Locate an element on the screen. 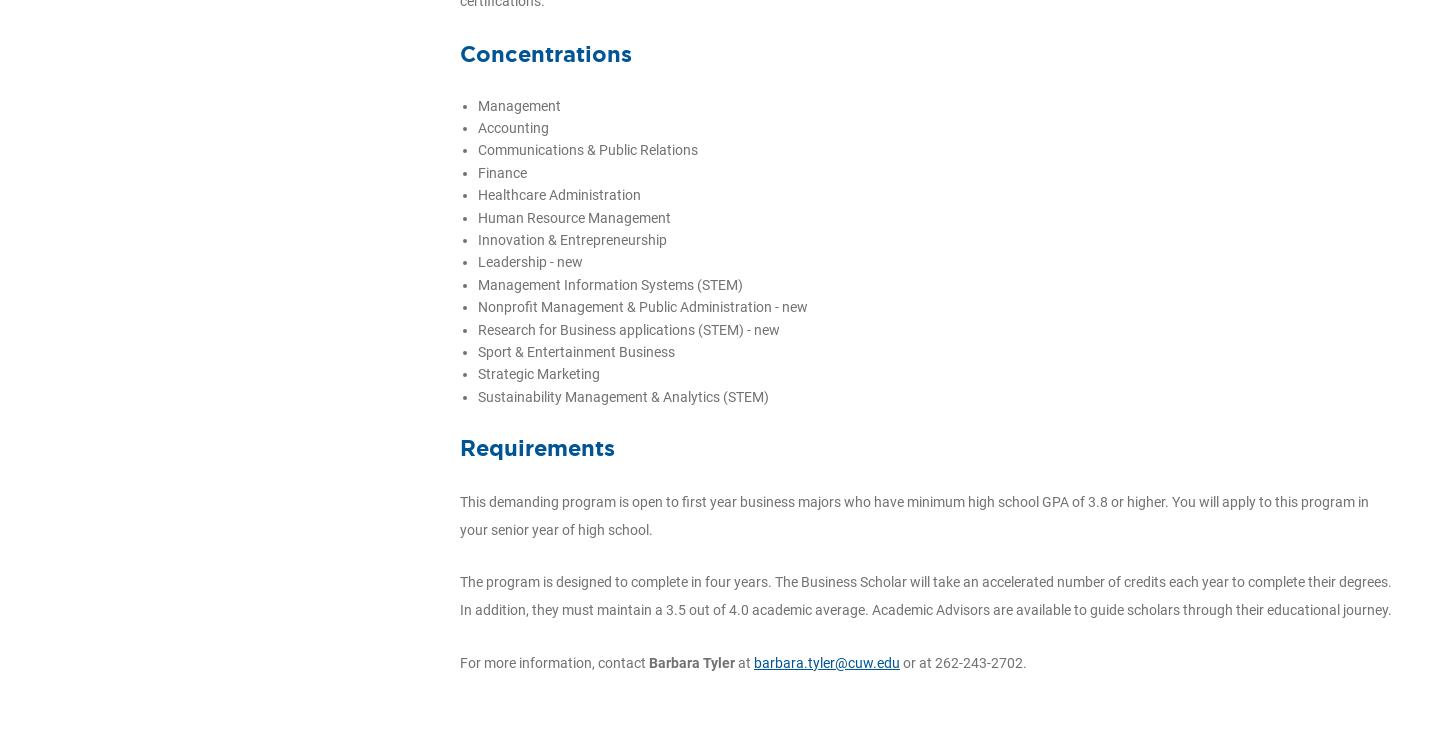 The width and height of the screenshot is (1450, 731). 'Innovation & Entrepreneurship' is located at coordinates (573, 239).